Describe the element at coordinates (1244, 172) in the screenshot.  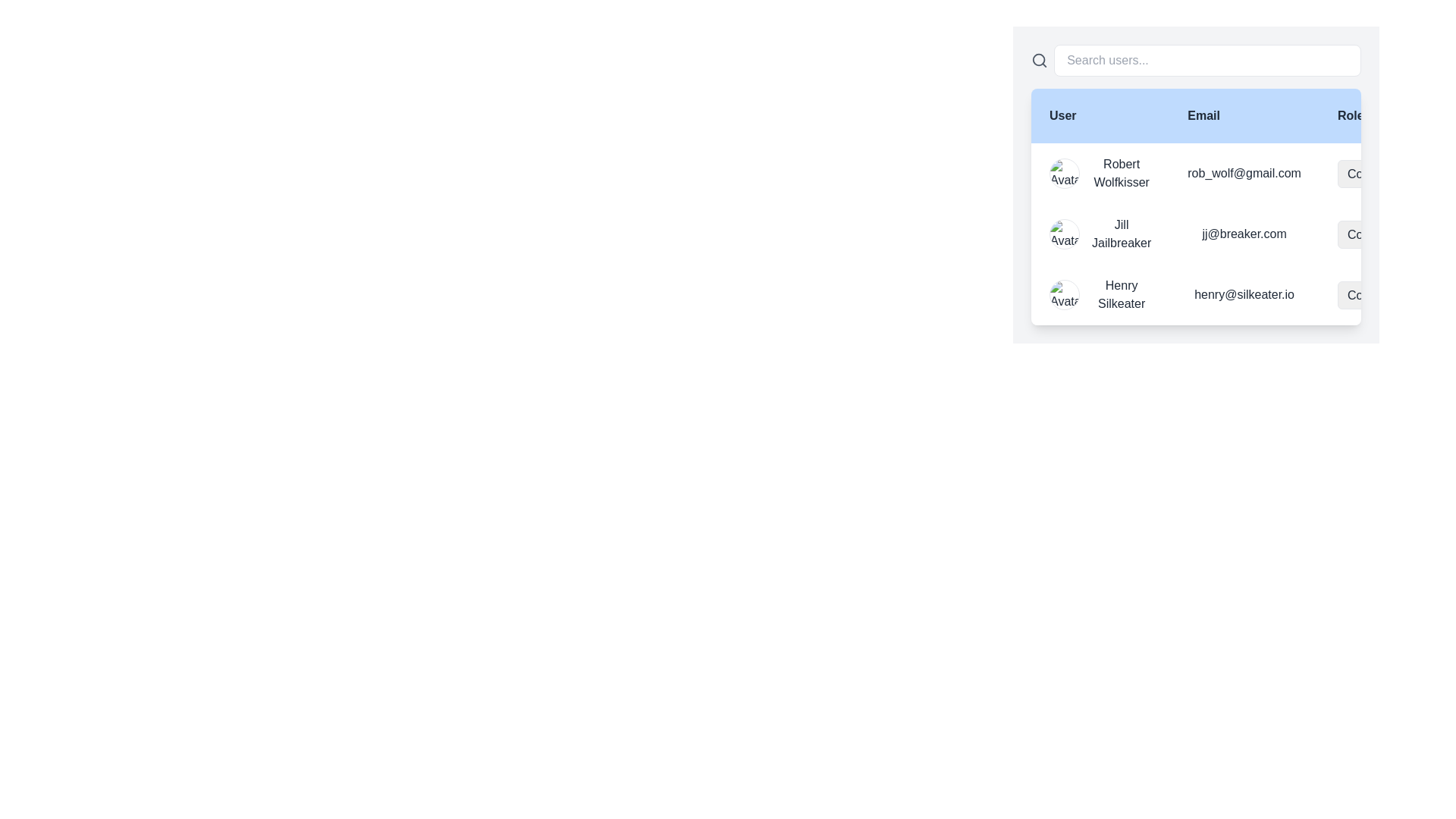
I see `the text display showing 'rob_wolf@gmail.com'` at that location.